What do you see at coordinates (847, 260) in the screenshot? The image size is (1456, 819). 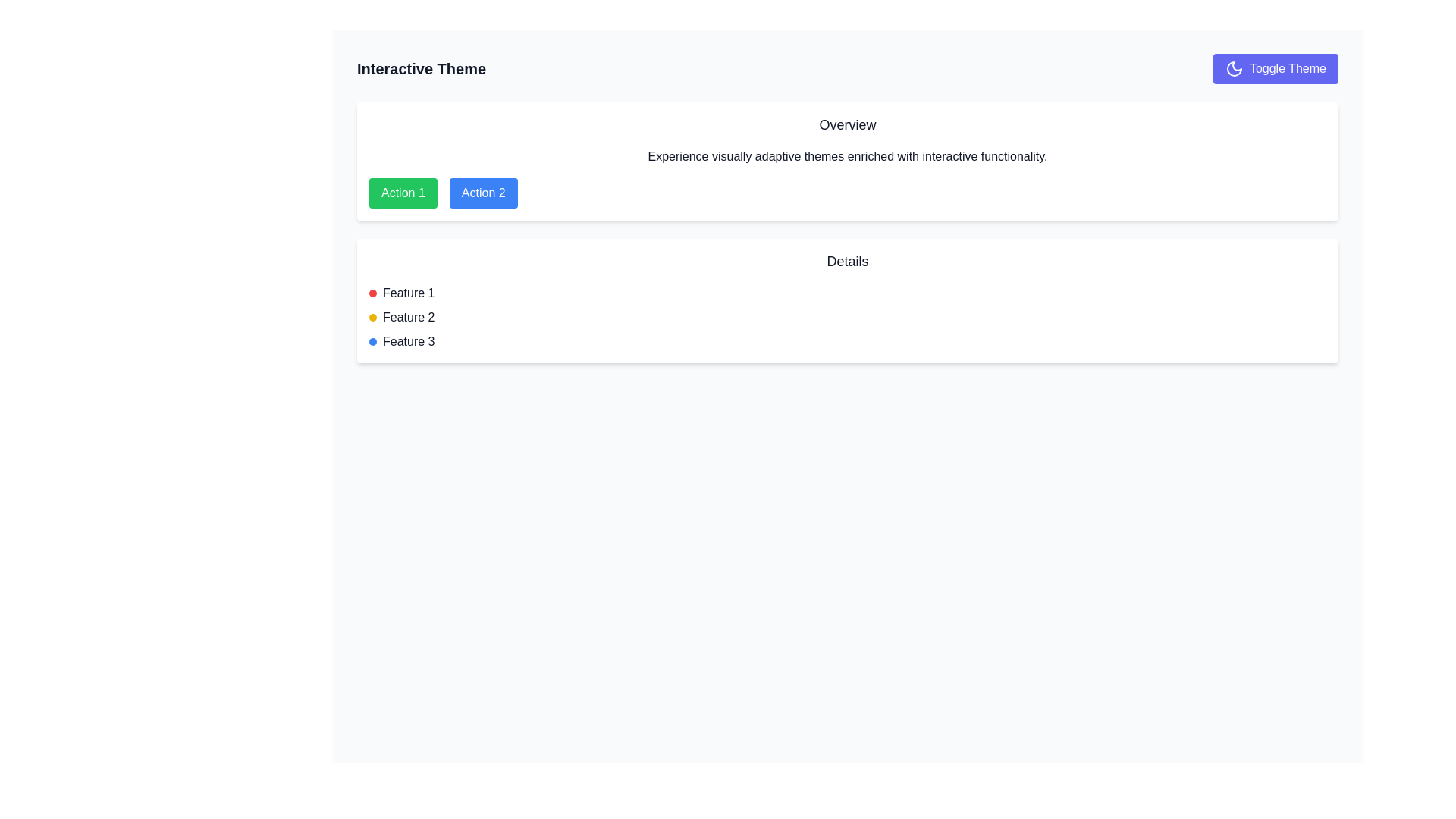 I see `the Text Label that serves as a heading for the section containing detailed information about specific features, positioned centrally just below the 'Overview' section` at bounding box center [847, 260].